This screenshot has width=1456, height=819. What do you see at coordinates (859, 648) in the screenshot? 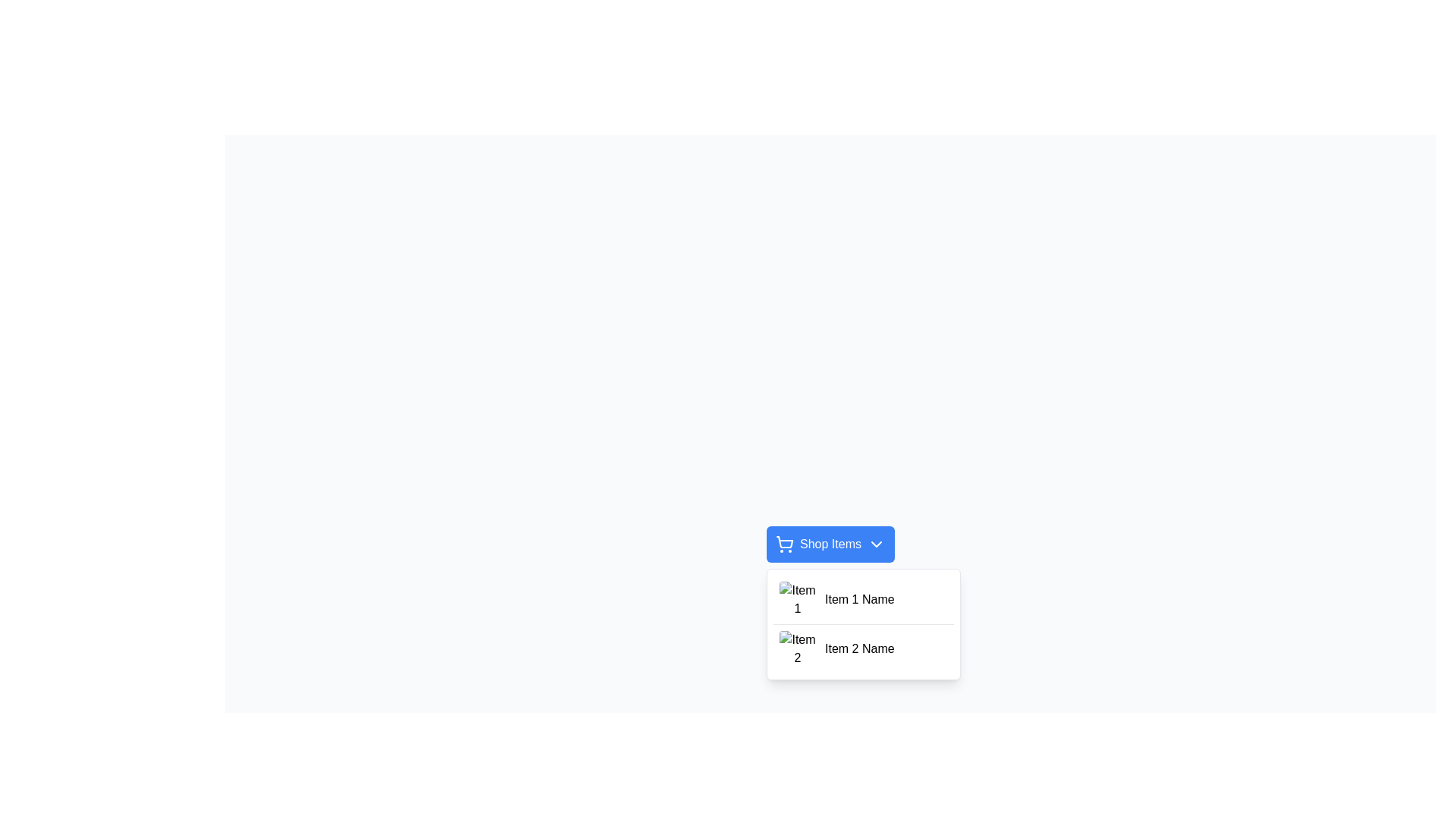
I see `text label displaying 'Item 2 Name' in the dropdown menu under the 'Shop Items' button` at bounding box center [859, 648].